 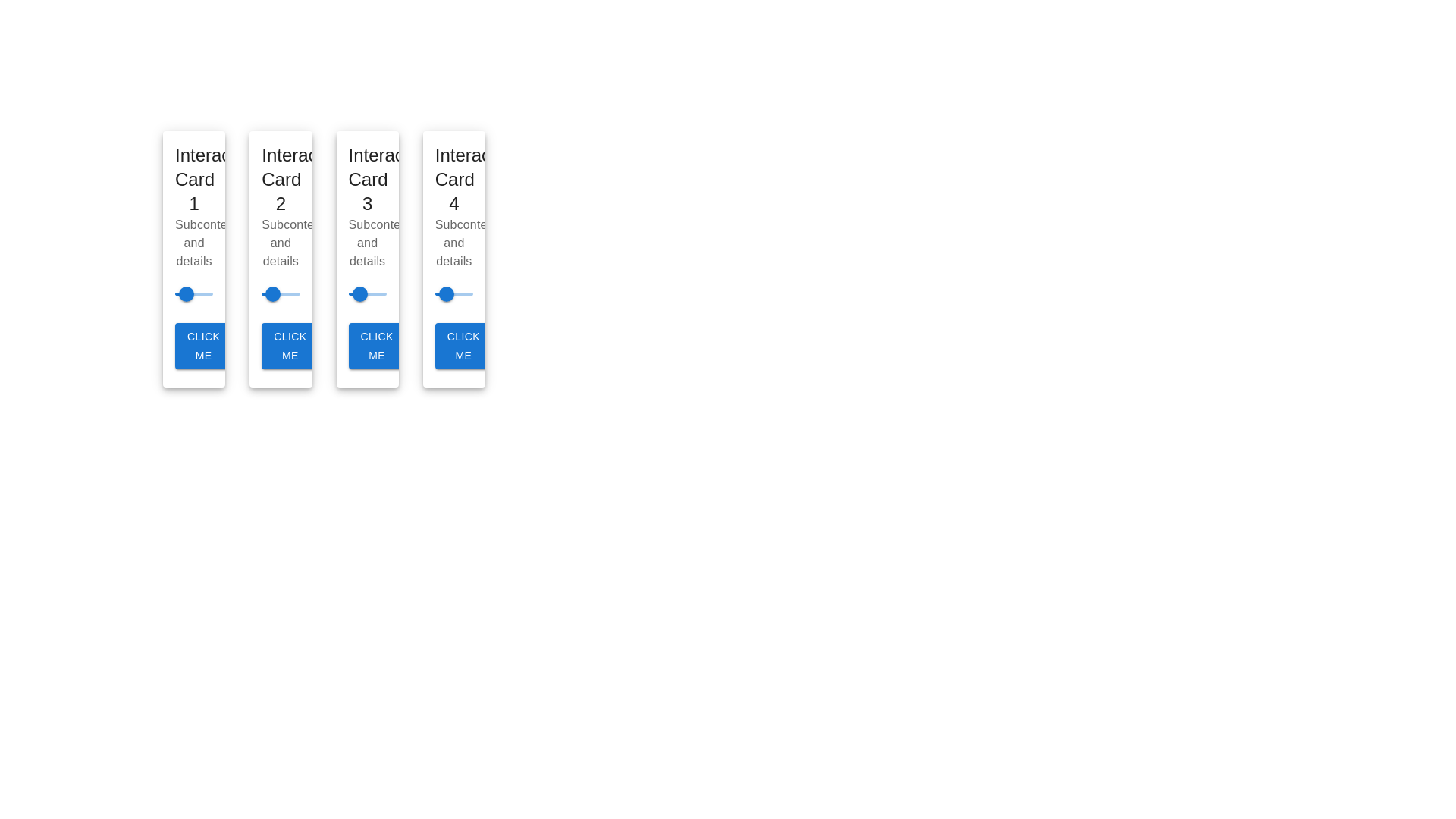 I want to click on the slider, so click(x=267, y=294).